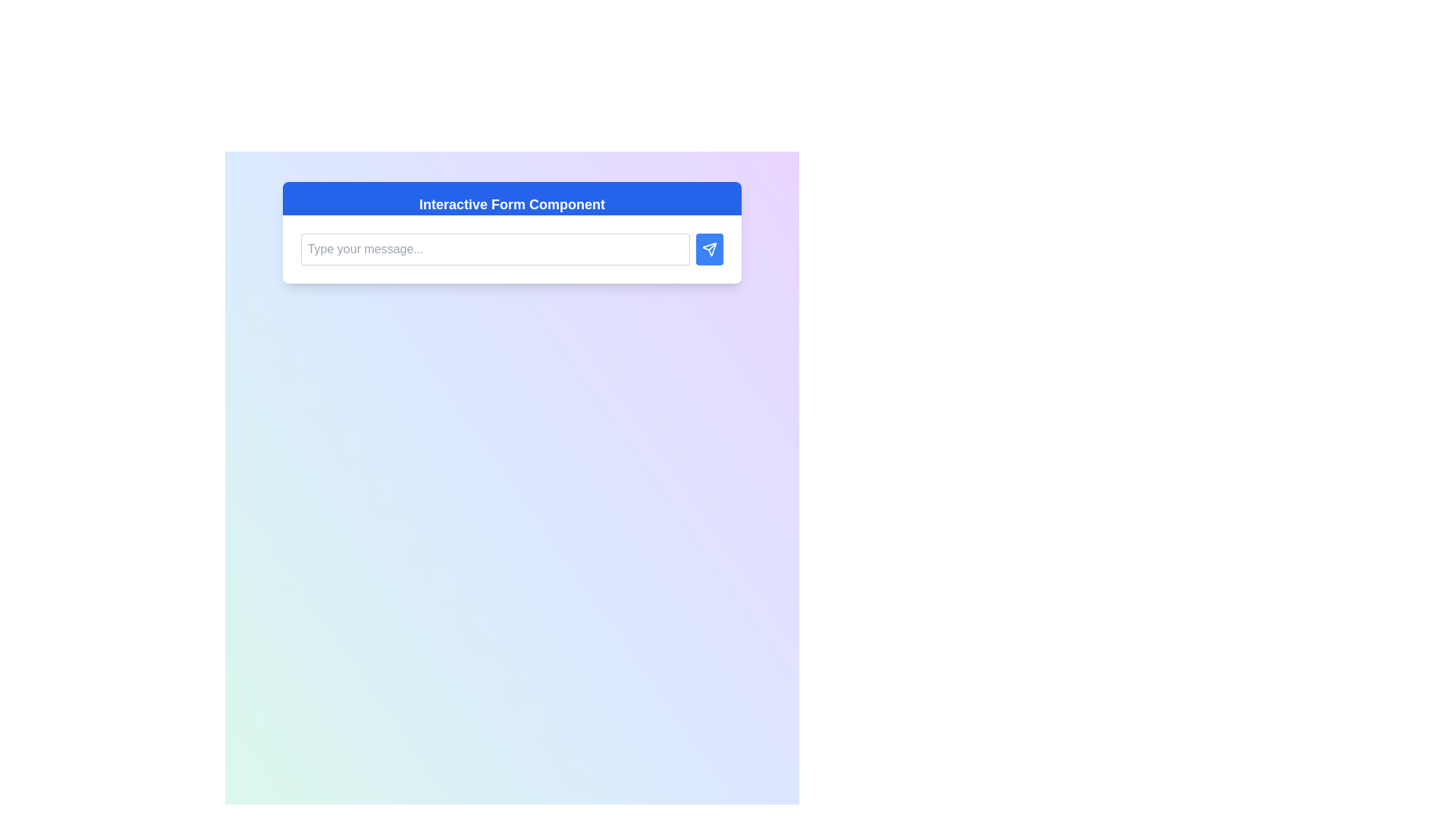 The width and height of the screenshot is (1456, 819). I want to click on the minimalistic arrow icon located in the top-right section of the blue clickable button, so click(709, 247).